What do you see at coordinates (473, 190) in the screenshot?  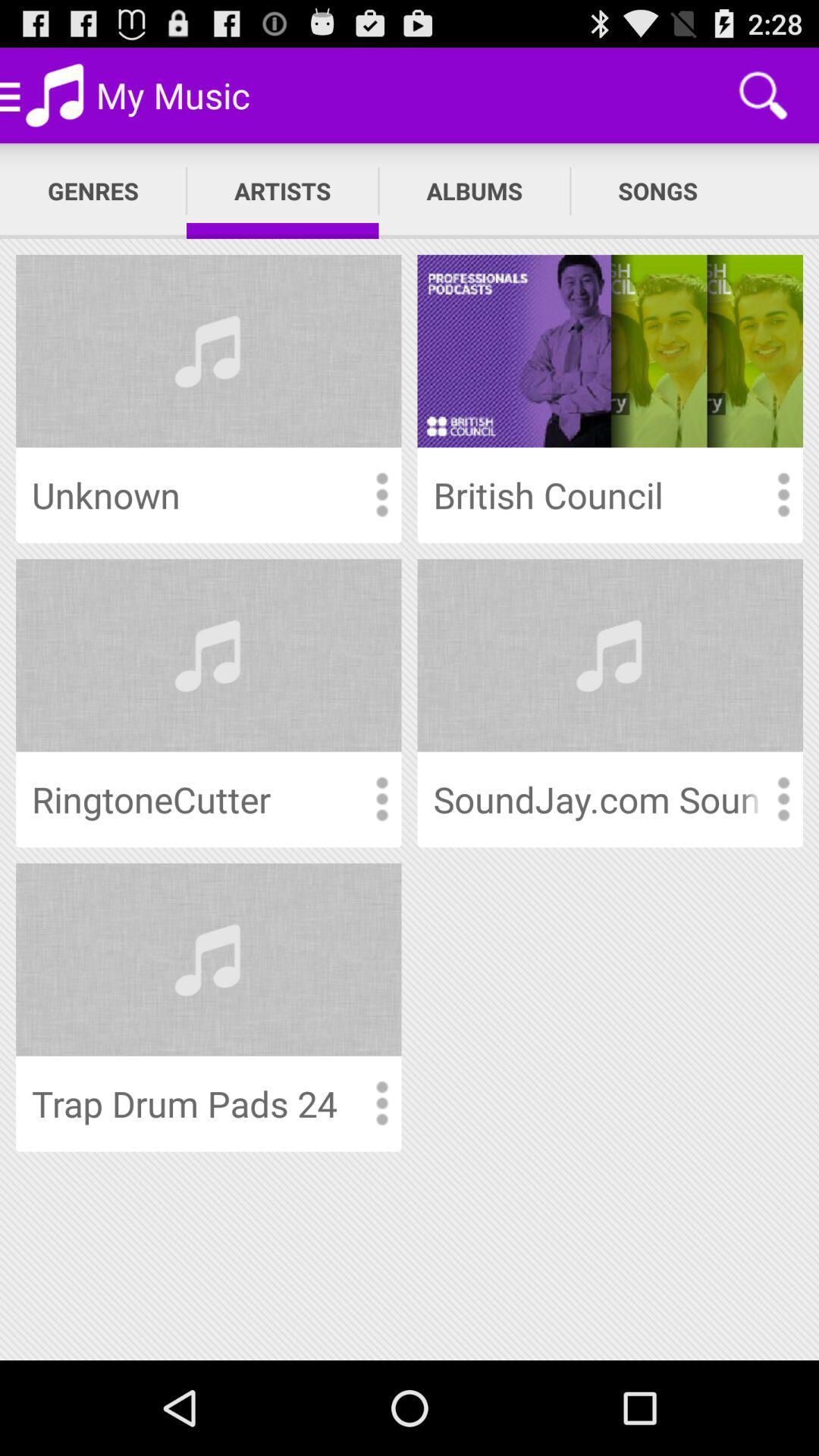 I see `the app next to artists icon` at bounding box center [473, 190].